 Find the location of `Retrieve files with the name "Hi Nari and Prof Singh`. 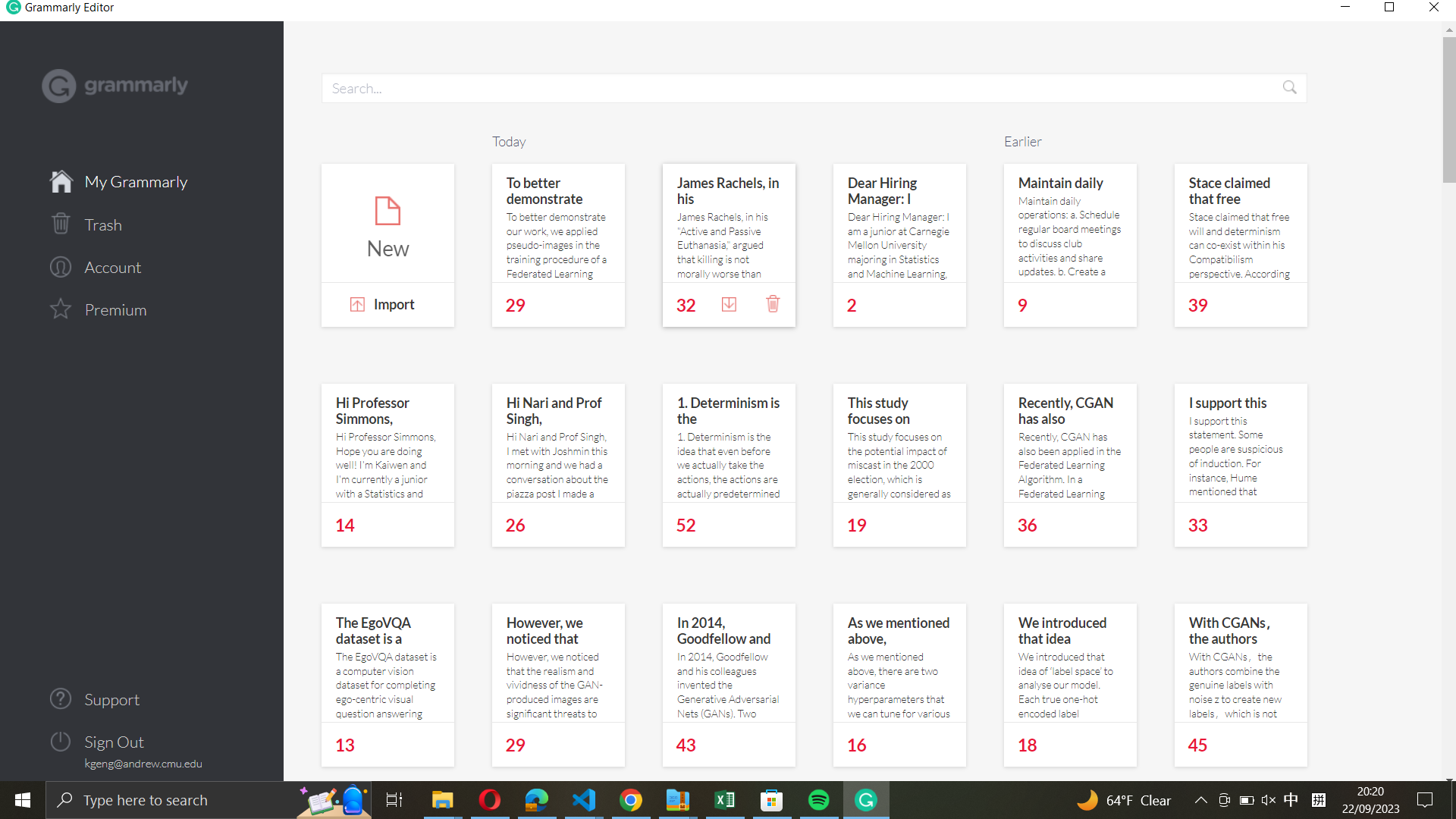

Retrieve files with the name "Hi Nari and Prof Singh is located at coordinates (799, 87).